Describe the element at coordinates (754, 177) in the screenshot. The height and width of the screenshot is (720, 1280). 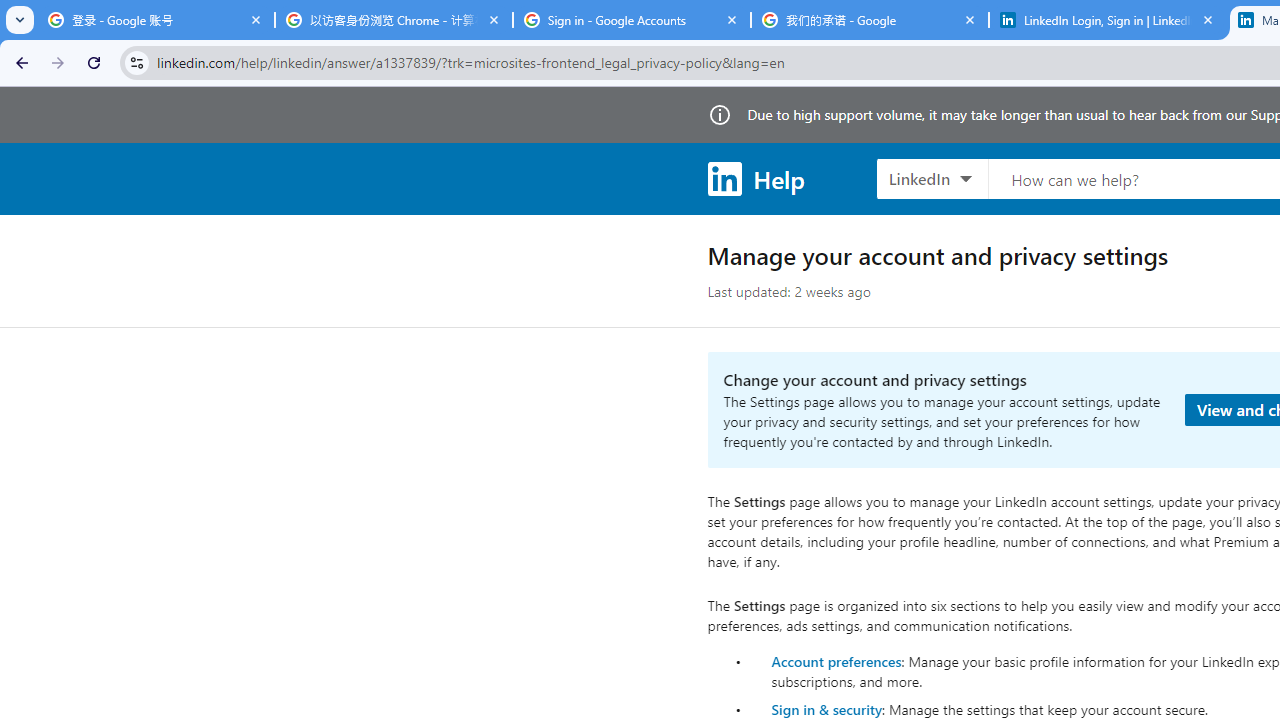
I see `'Help'` at that location.